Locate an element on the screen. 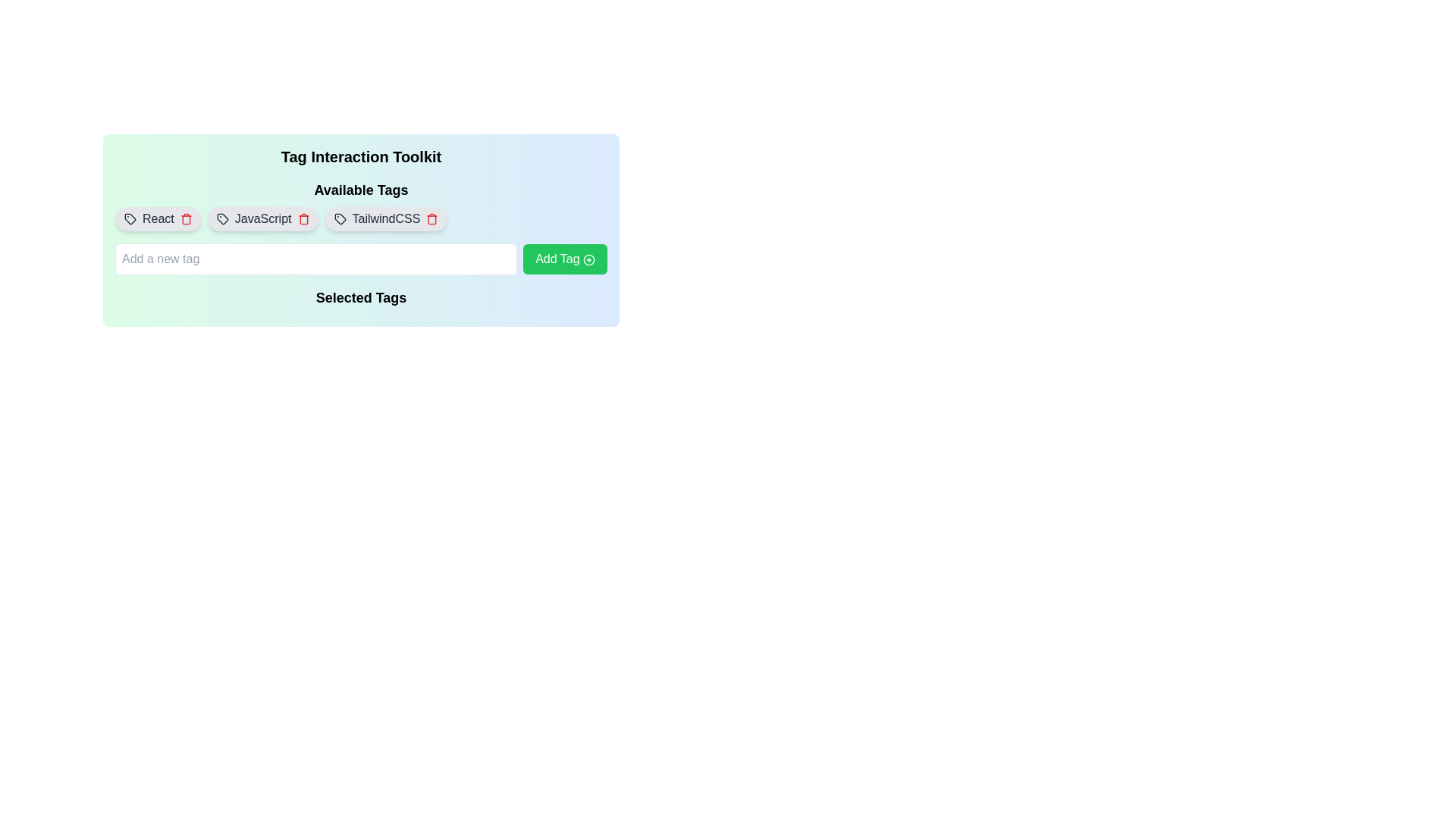 The height and width of the screenshot is (819, 1456). the trash can icon button, which signifies a delete action, located within the 'TailwindCSS' tag element is located at coordinates (431, 219).